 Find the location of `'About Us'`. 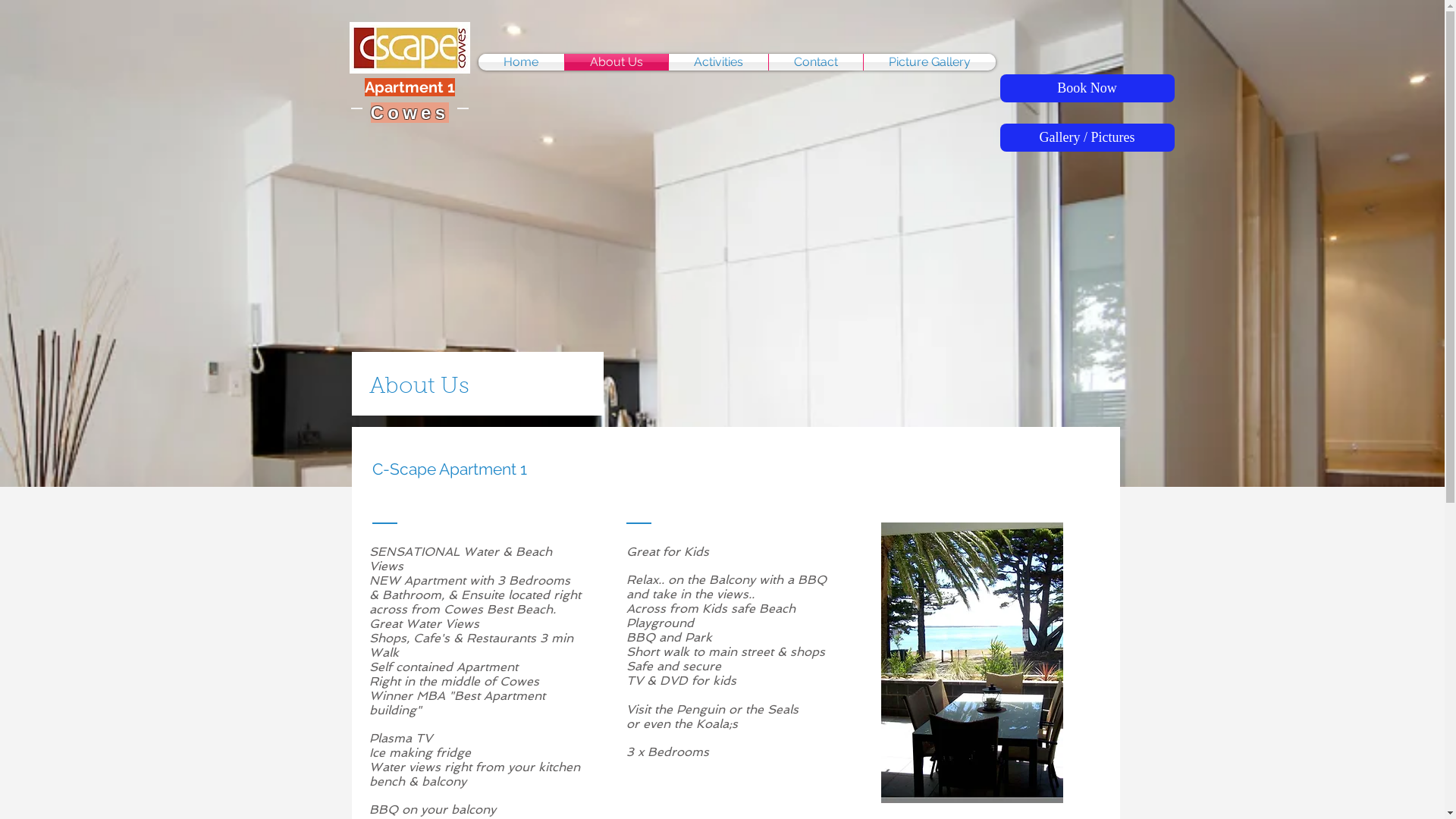

'About Us' is located at coordinates (615, 61).